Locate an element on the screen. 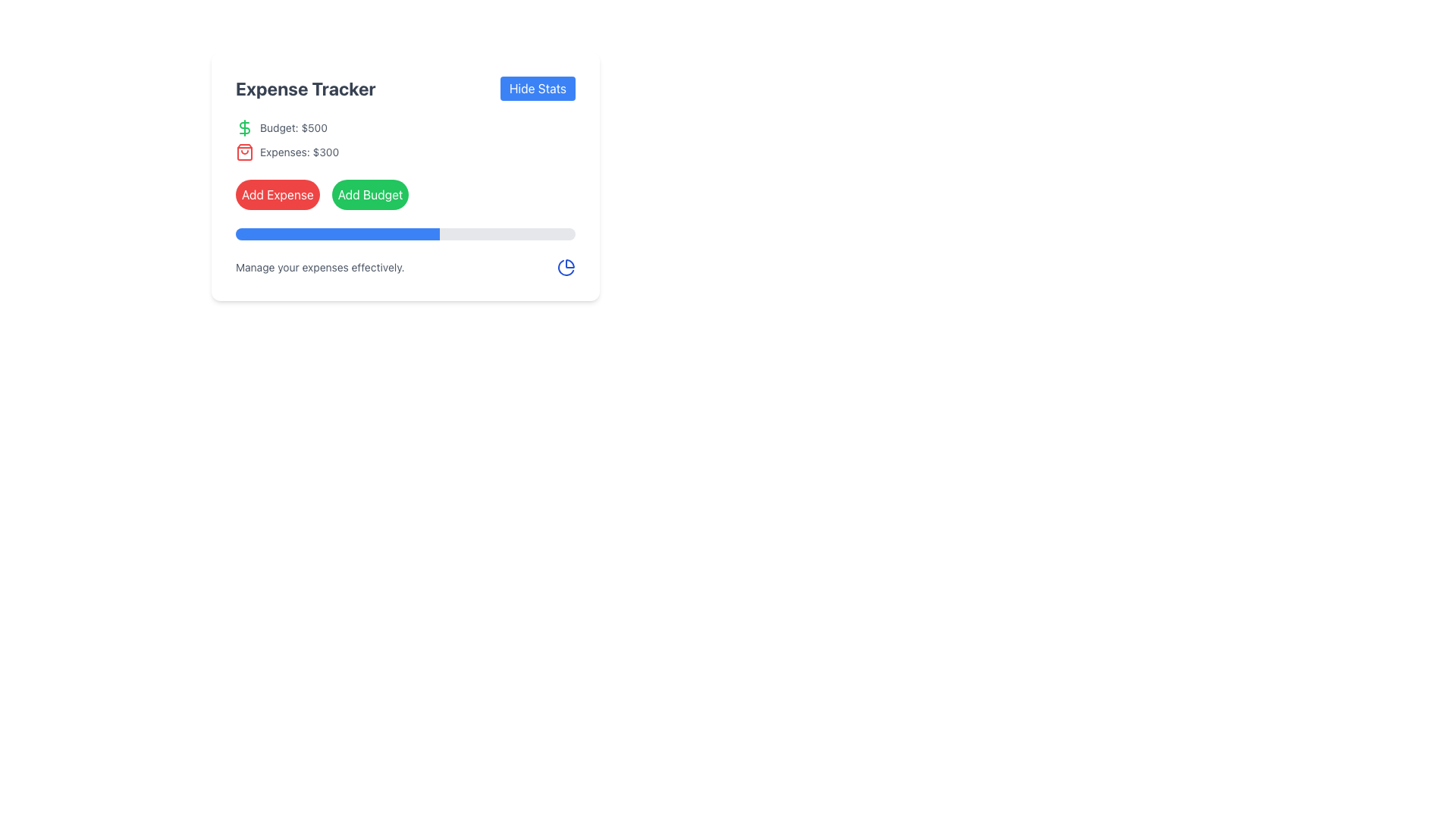 Image resolution: width=1456 pixels, height=819 pixels. the leftmost button for adding an expense, positioned next to the 'Add Budget' button, to initiate the expense addition process is located at coordinates (278, 194).